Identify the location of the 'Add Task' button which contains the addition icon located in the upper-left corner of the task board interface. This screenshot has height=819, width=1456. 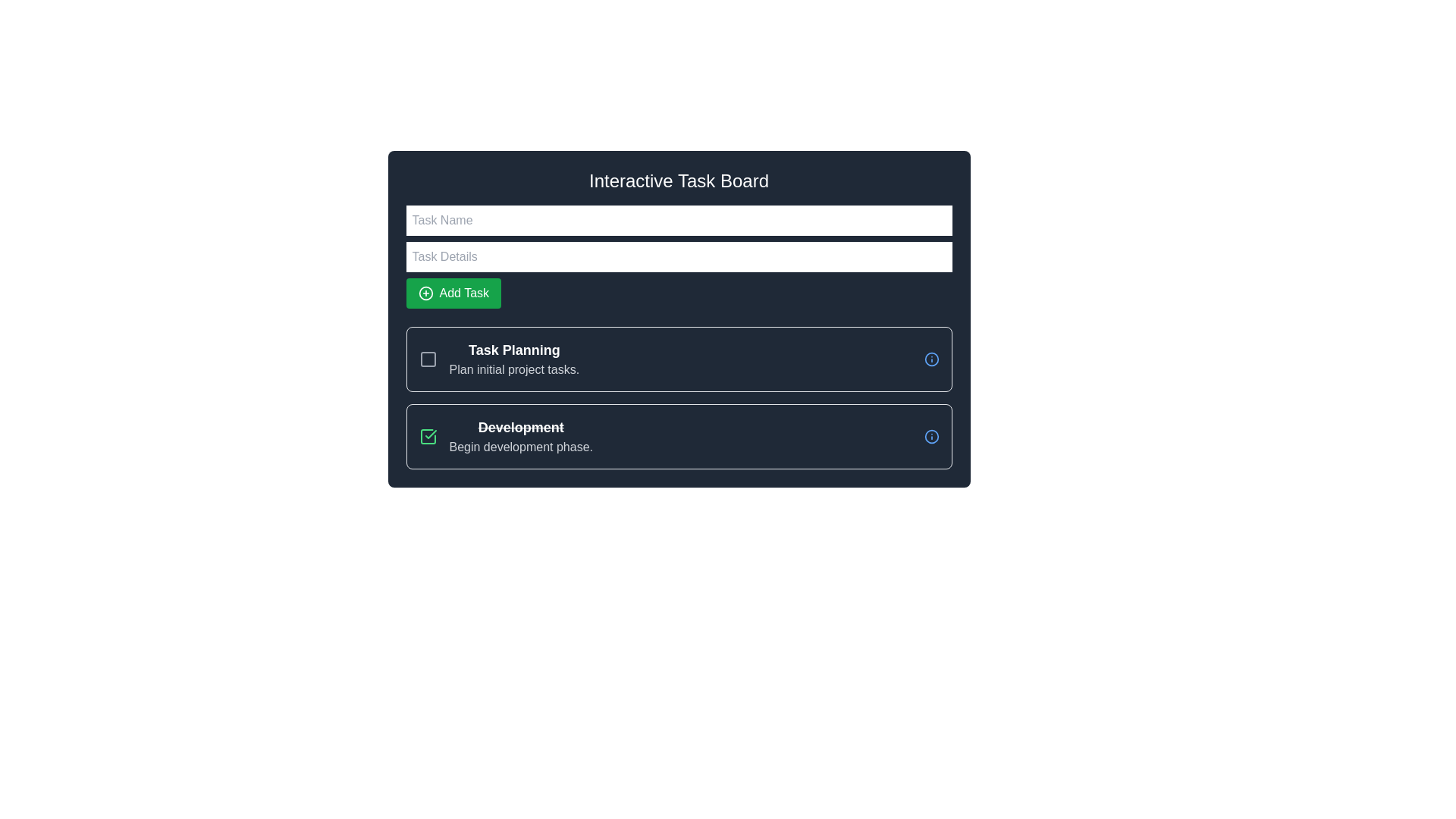
(425, 293).